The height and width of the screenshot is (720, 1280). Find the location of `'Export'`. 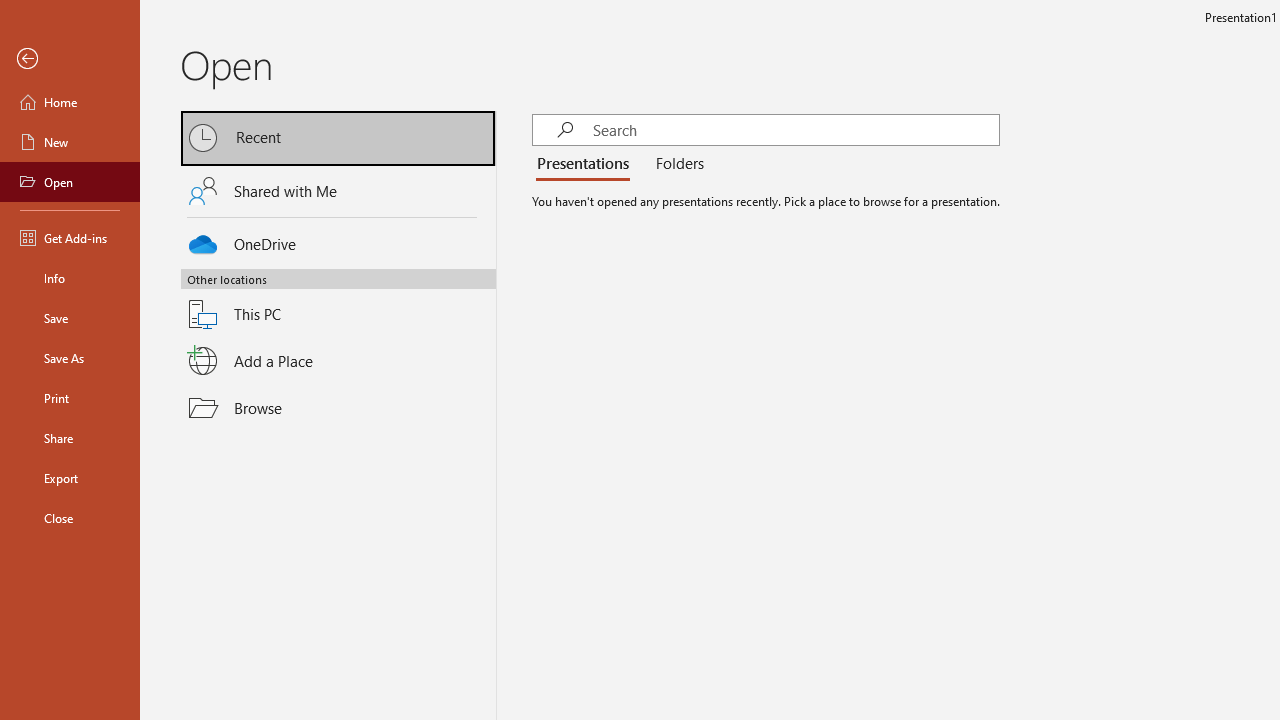

'Export' is located at coordinates (69, 478).